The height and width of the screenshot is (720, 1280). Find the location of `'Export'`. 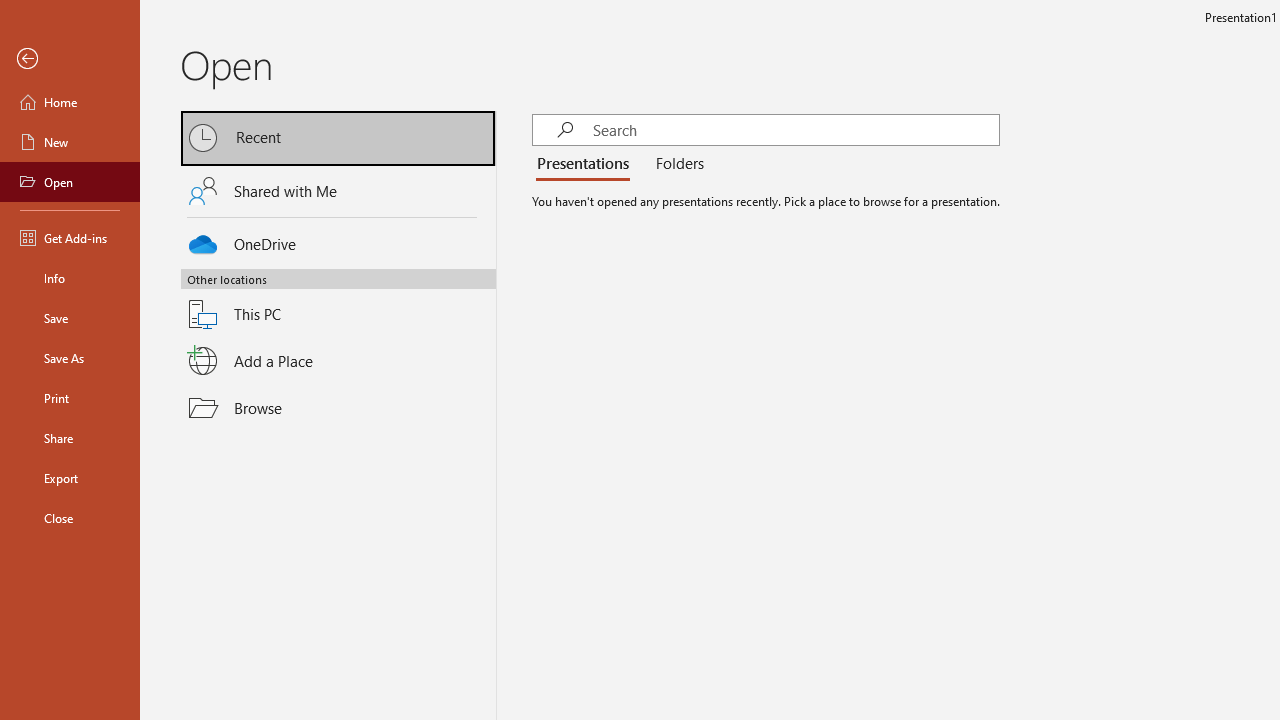

'Export' is located at coordinates (69, 478).